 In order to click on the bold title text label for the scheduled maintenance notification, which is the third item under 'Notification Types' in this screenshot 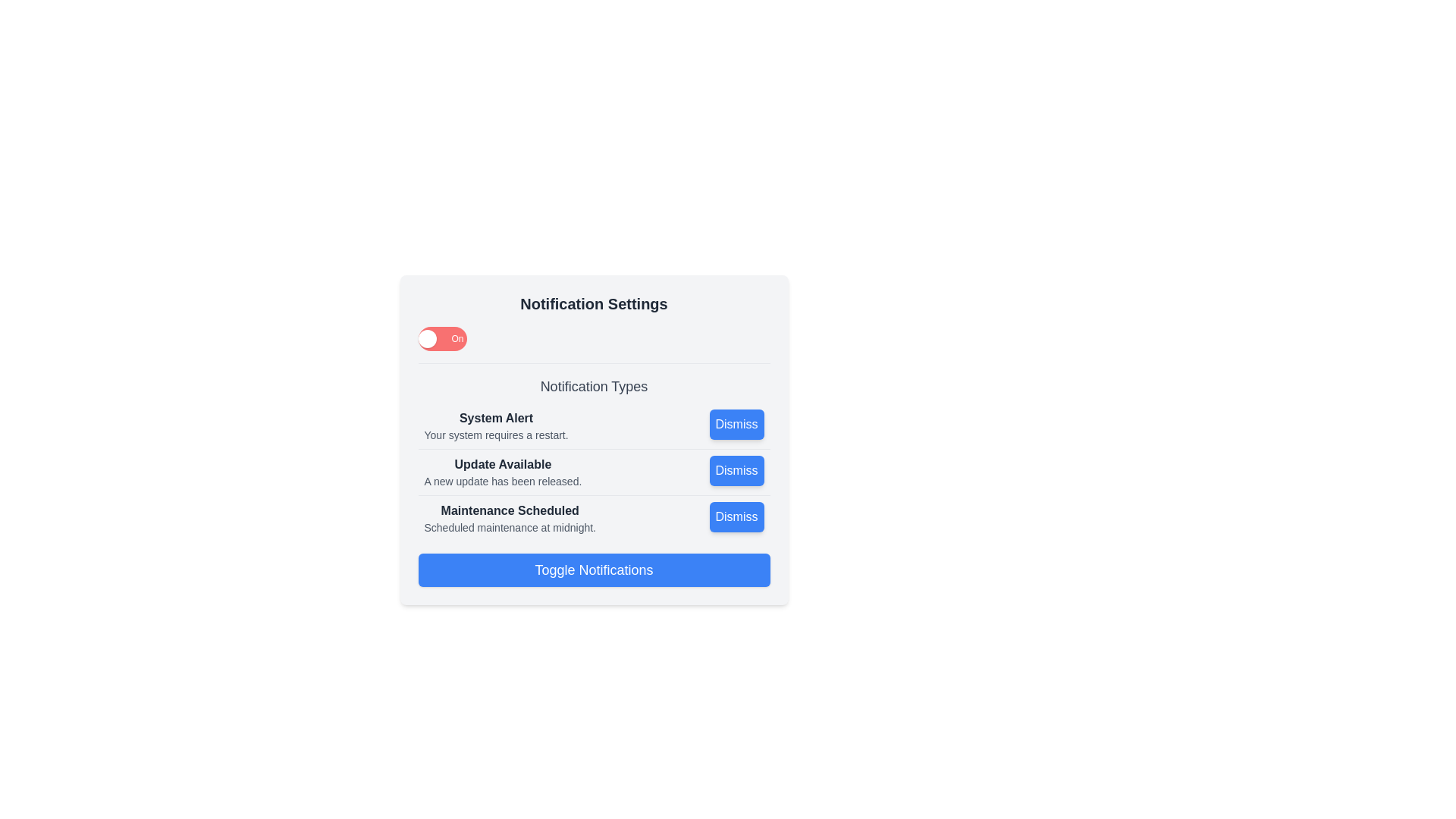, I will do `click(510, 511)`.